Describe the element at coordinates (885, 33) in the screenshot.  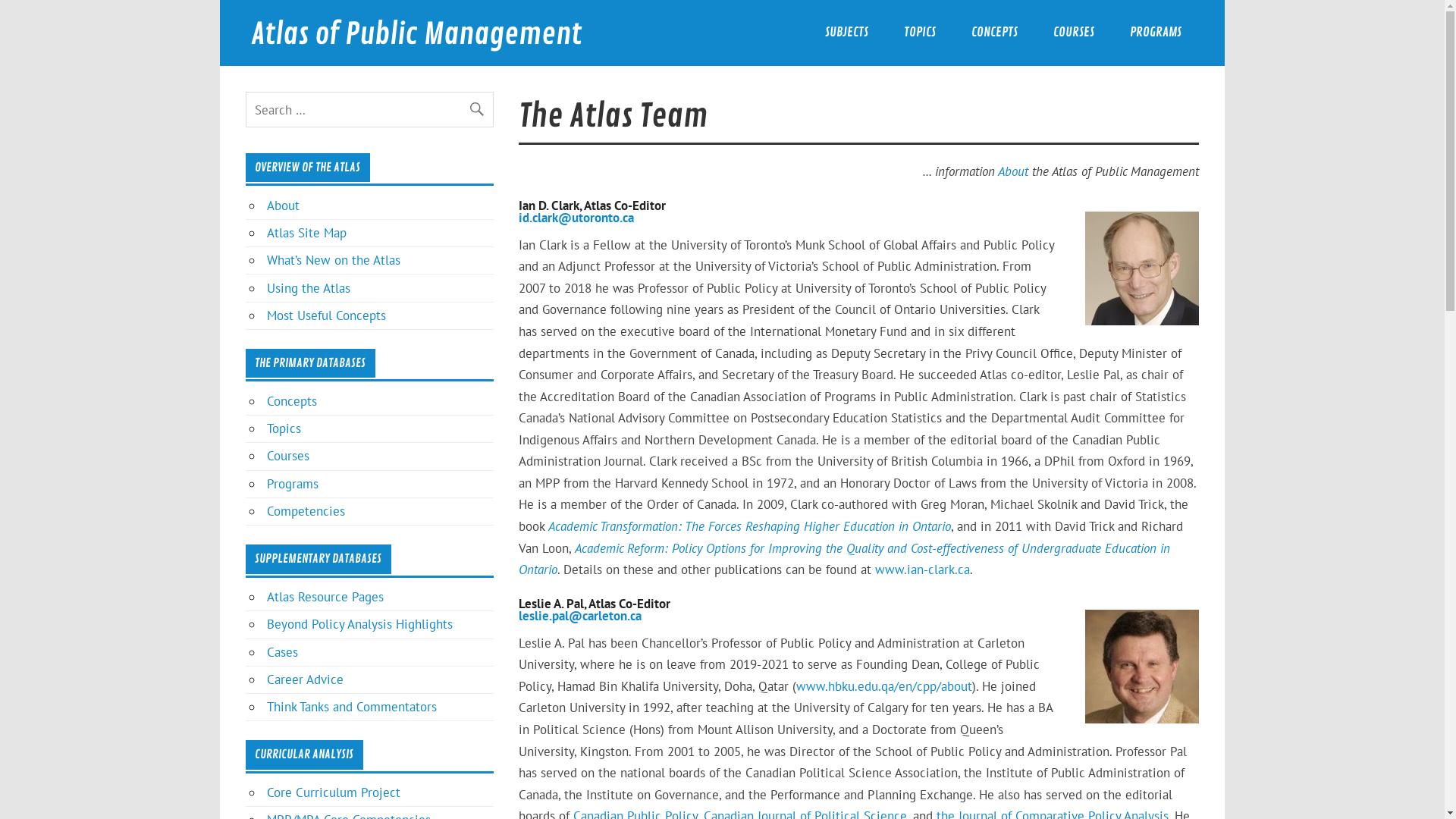
I see `'TOPICS'` at that location.